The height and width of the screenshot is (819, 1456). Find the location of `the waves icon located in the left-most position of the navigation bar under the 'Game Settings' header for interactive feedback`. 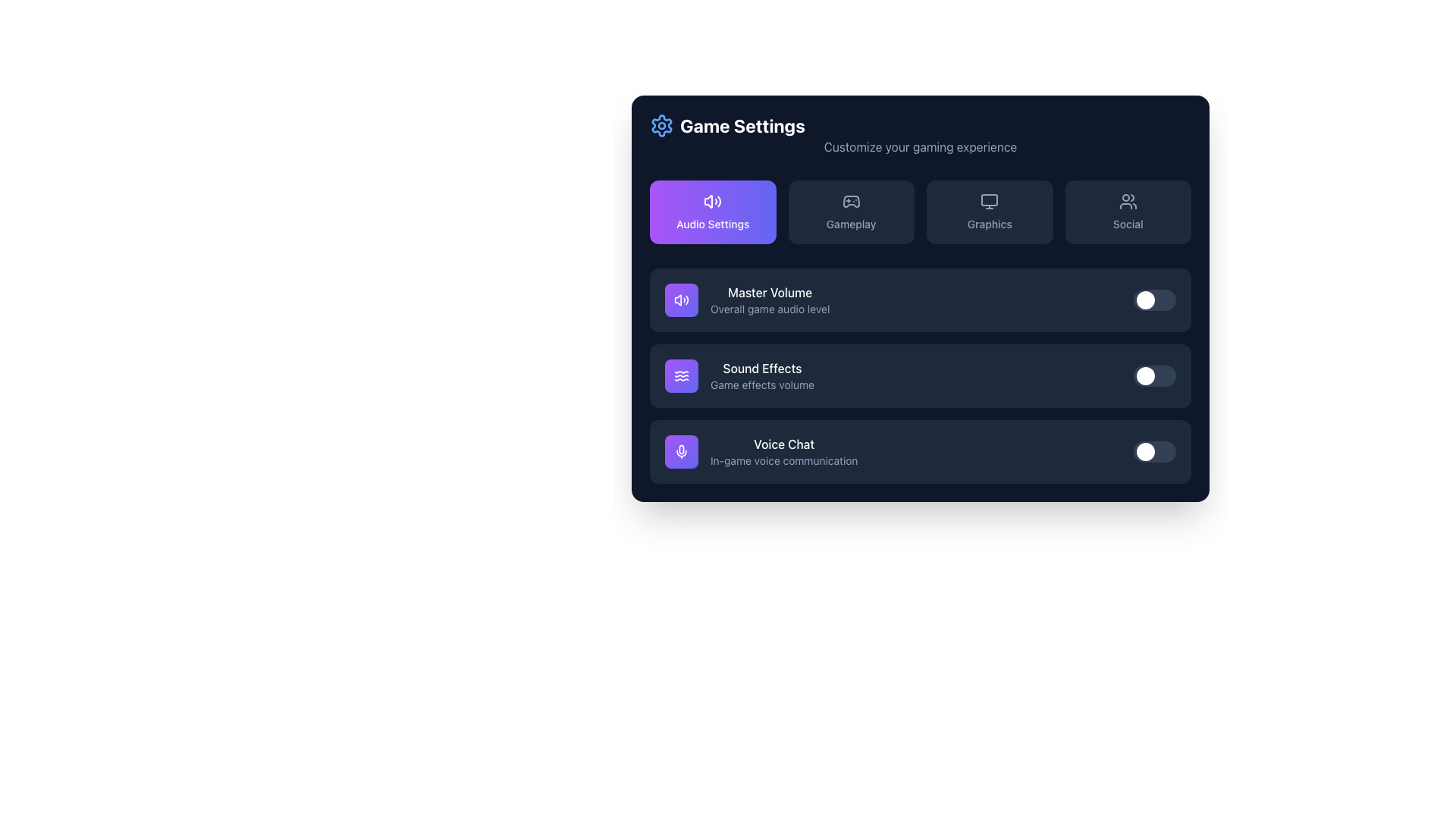

the waves icon located in the left-most position of the navigation bar under the 'Game Settings' header for interactive feedback is located at coordinates (680, 375).